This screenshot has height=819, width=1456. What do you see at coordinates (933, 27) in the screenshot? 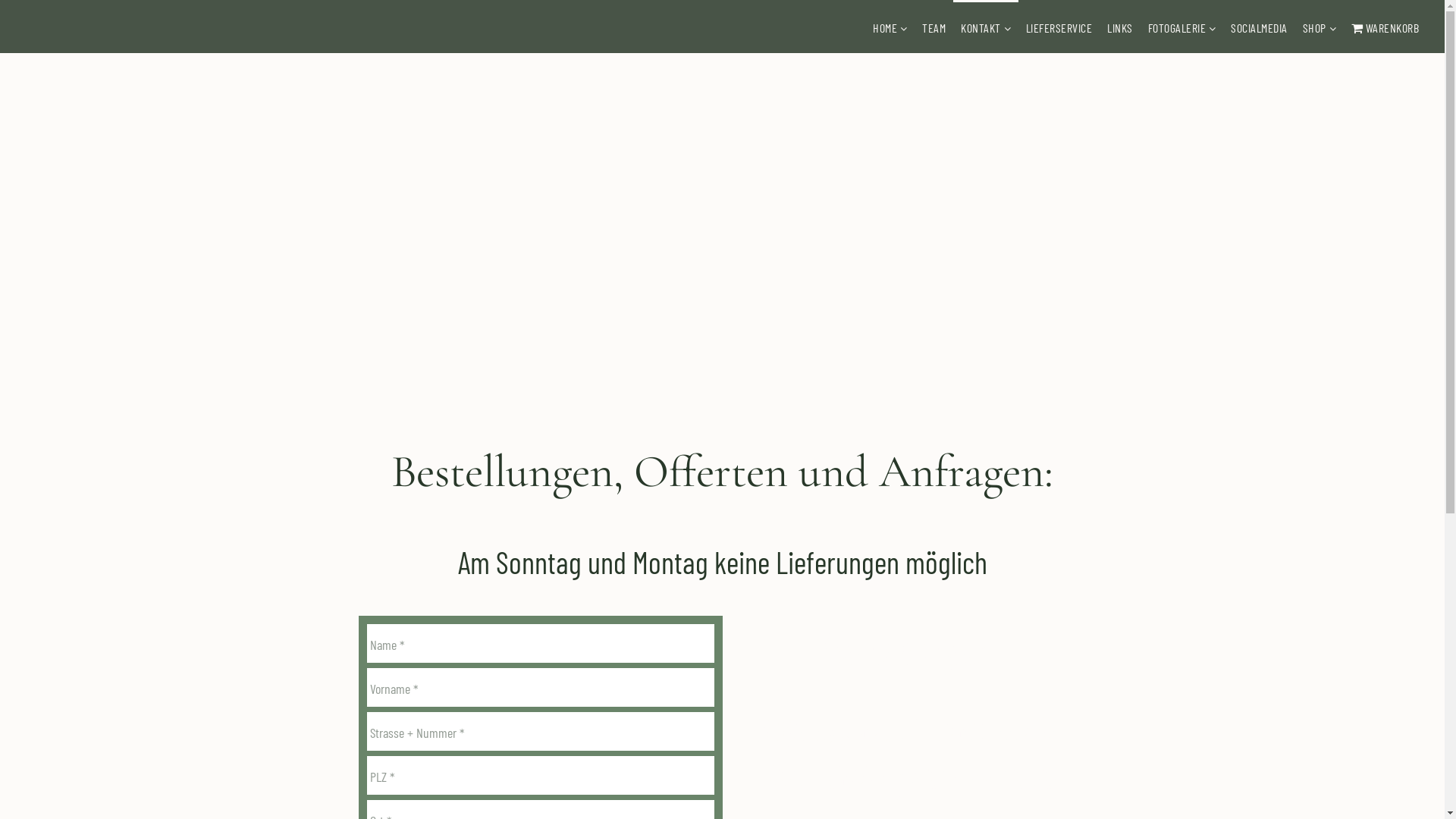
I see `'TEAM'` at bounding box center [933, 27].